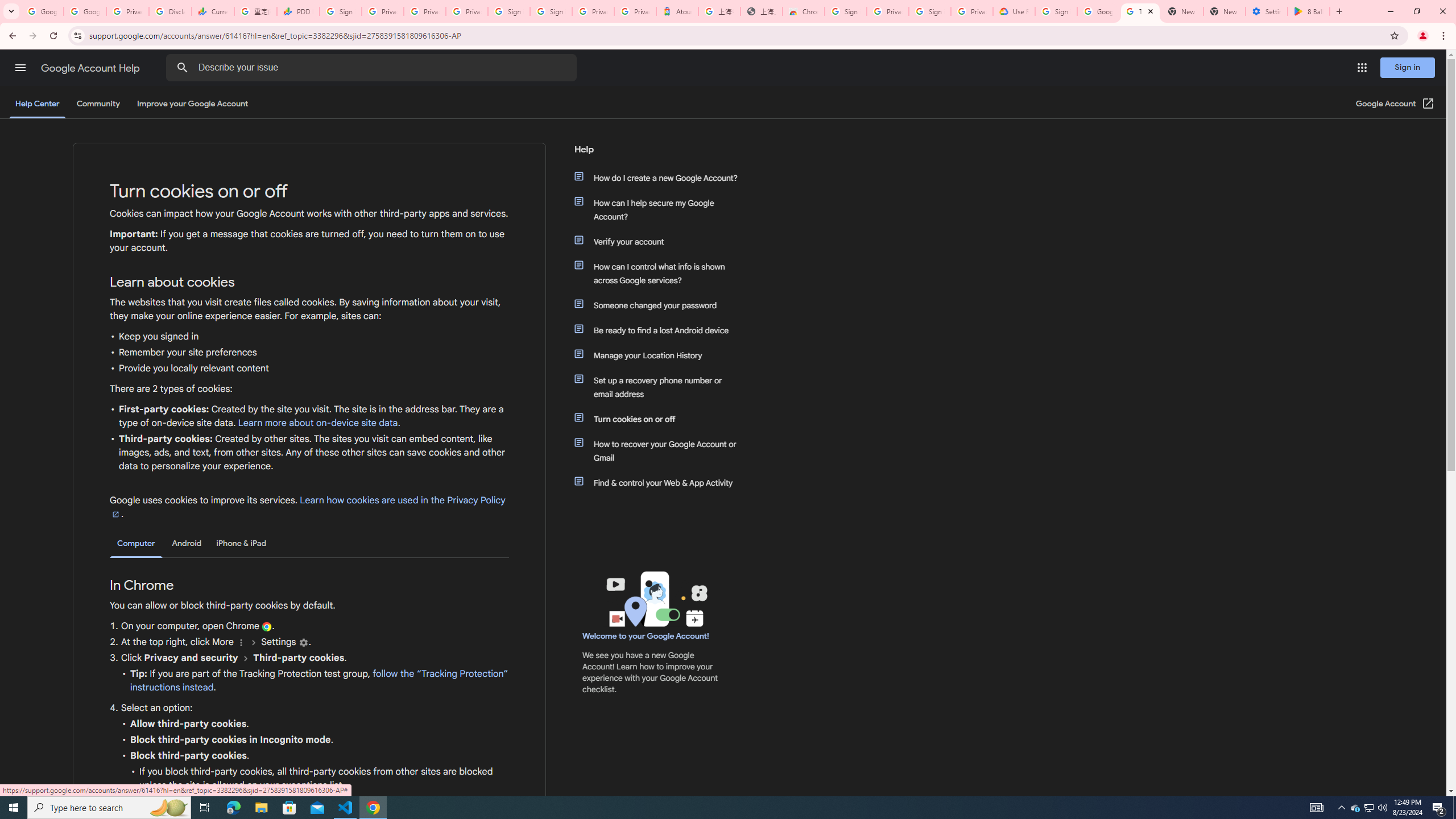 This screenshot has height=819, width=1456. I want to click on 'Find & control your Web & App Activity', so click(661, 482).